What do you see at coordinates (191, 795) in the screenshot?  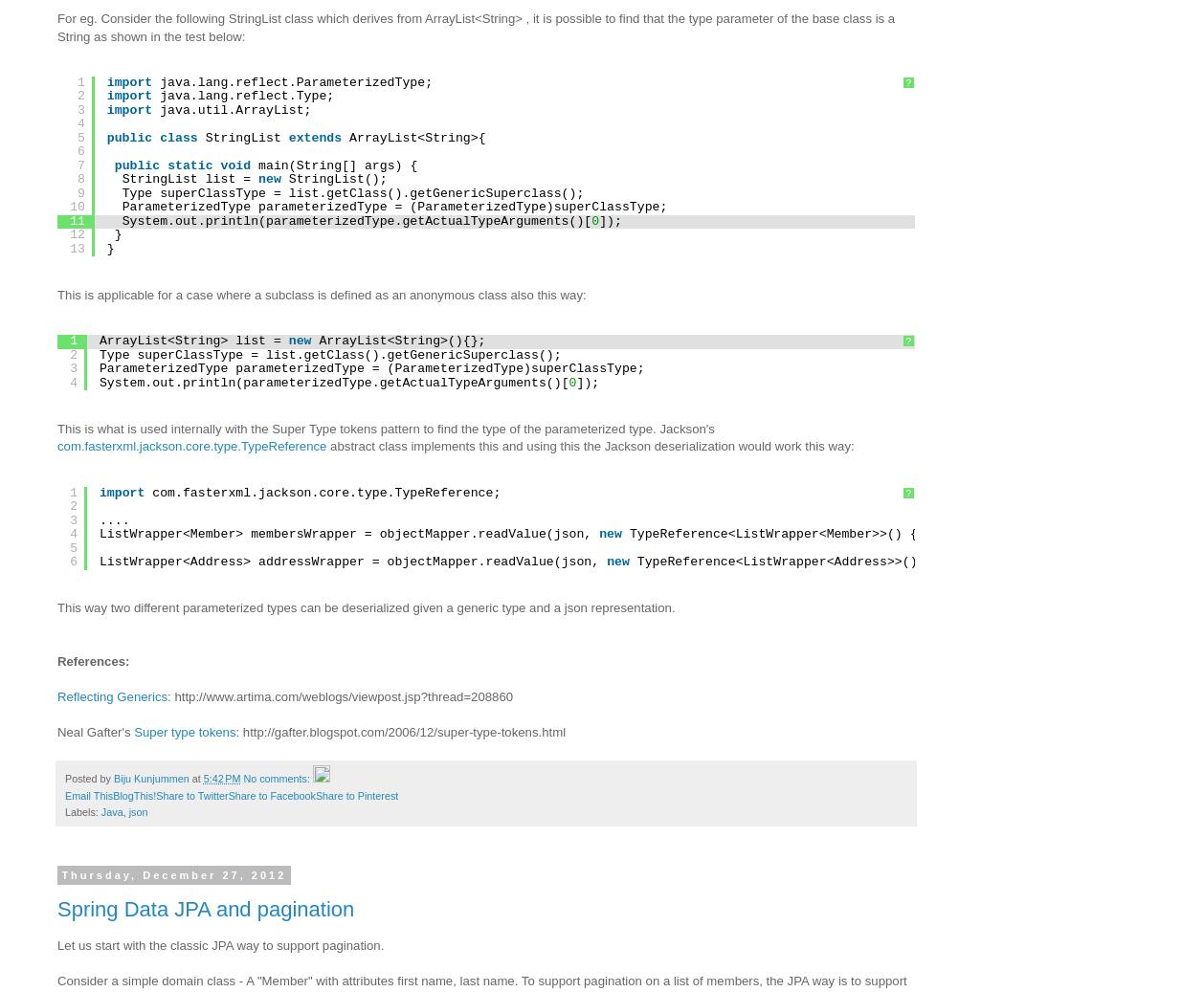 I see `'Share to Twitter'` at bounding box center [191, 795].